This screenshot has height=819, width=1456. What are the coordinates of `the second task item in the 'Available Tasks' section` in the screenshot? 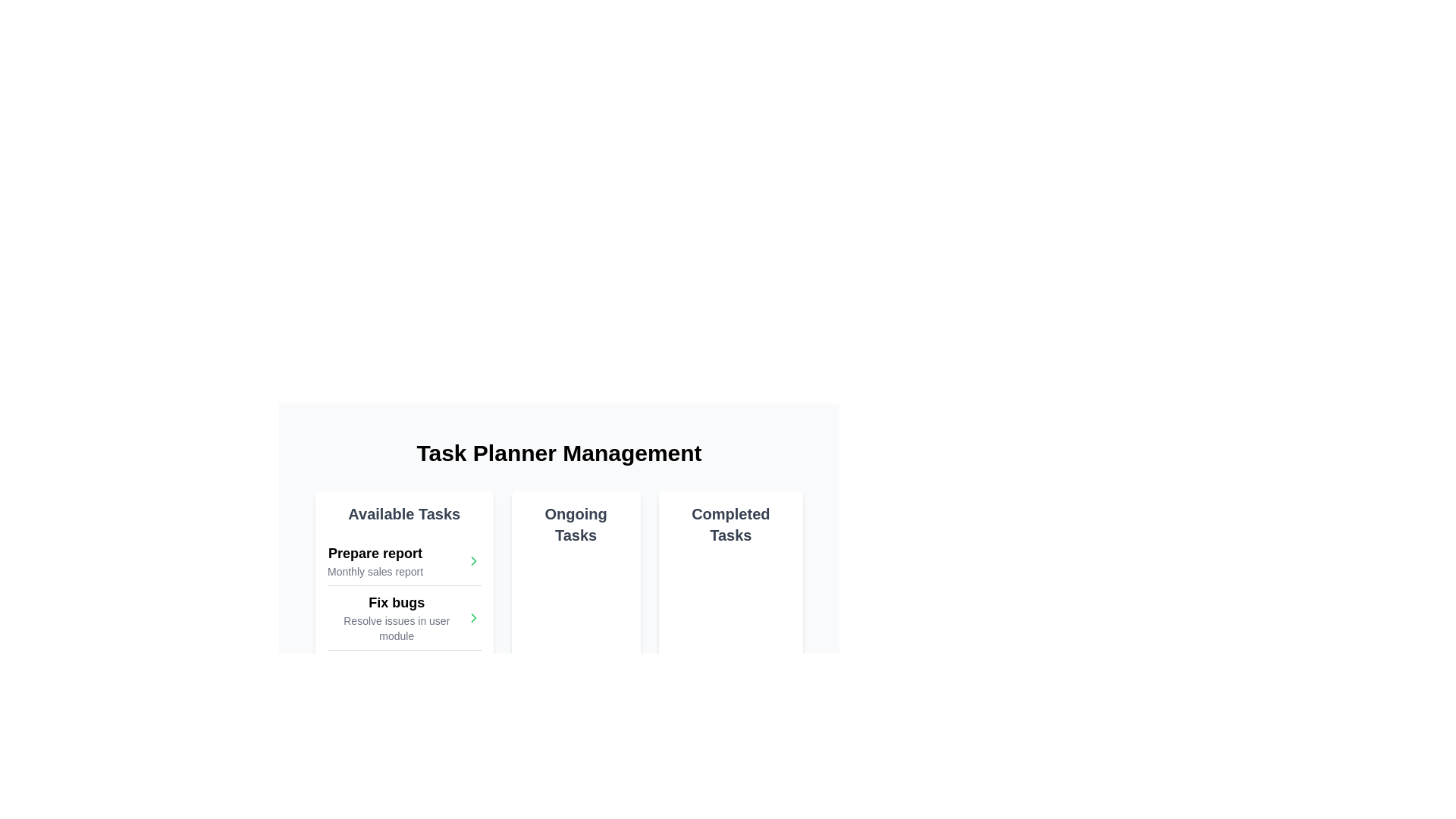 It's located at (397, 617).